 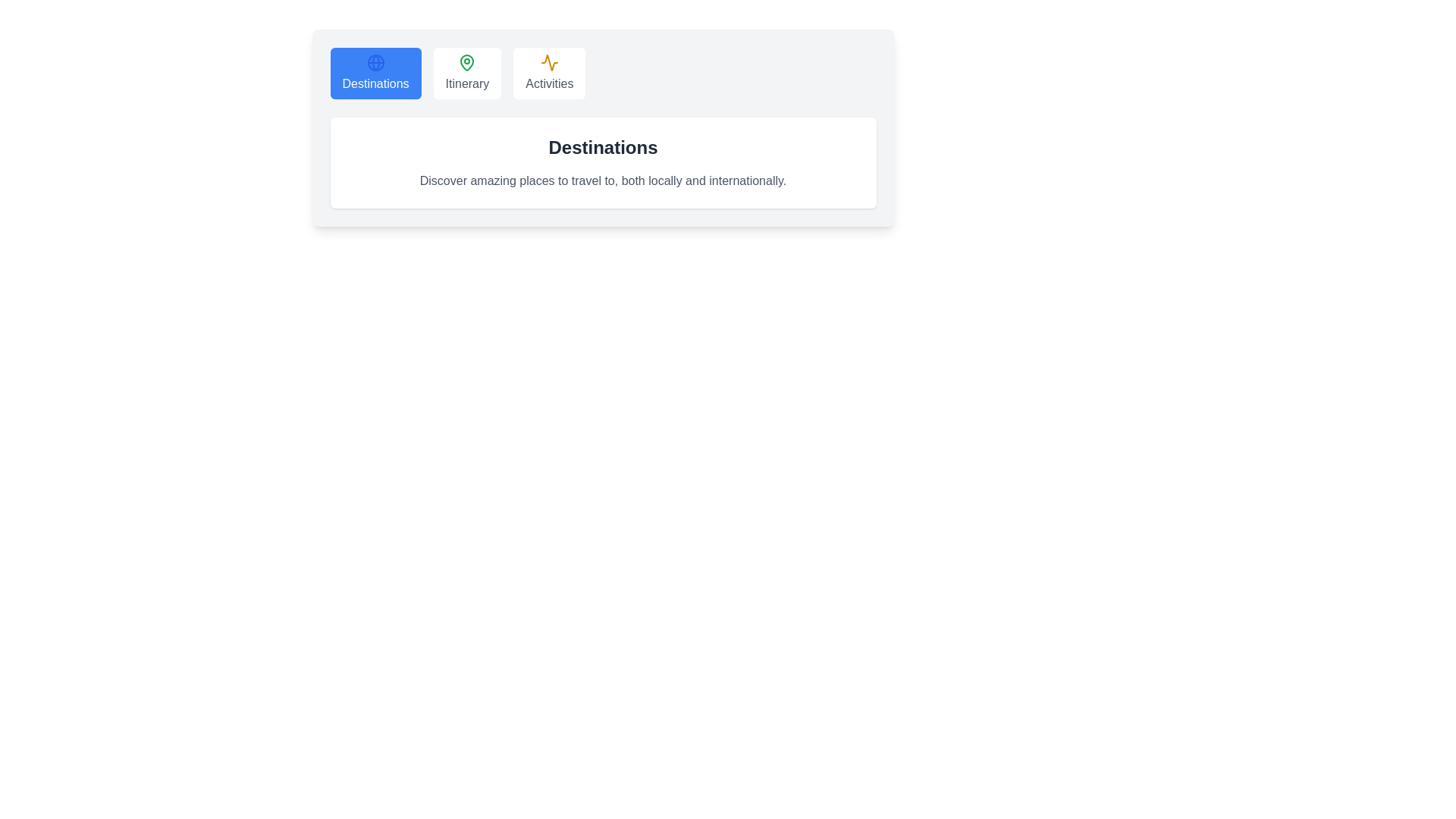 I want to click on the Activities tab to view its content, so click(x=548, y=73).